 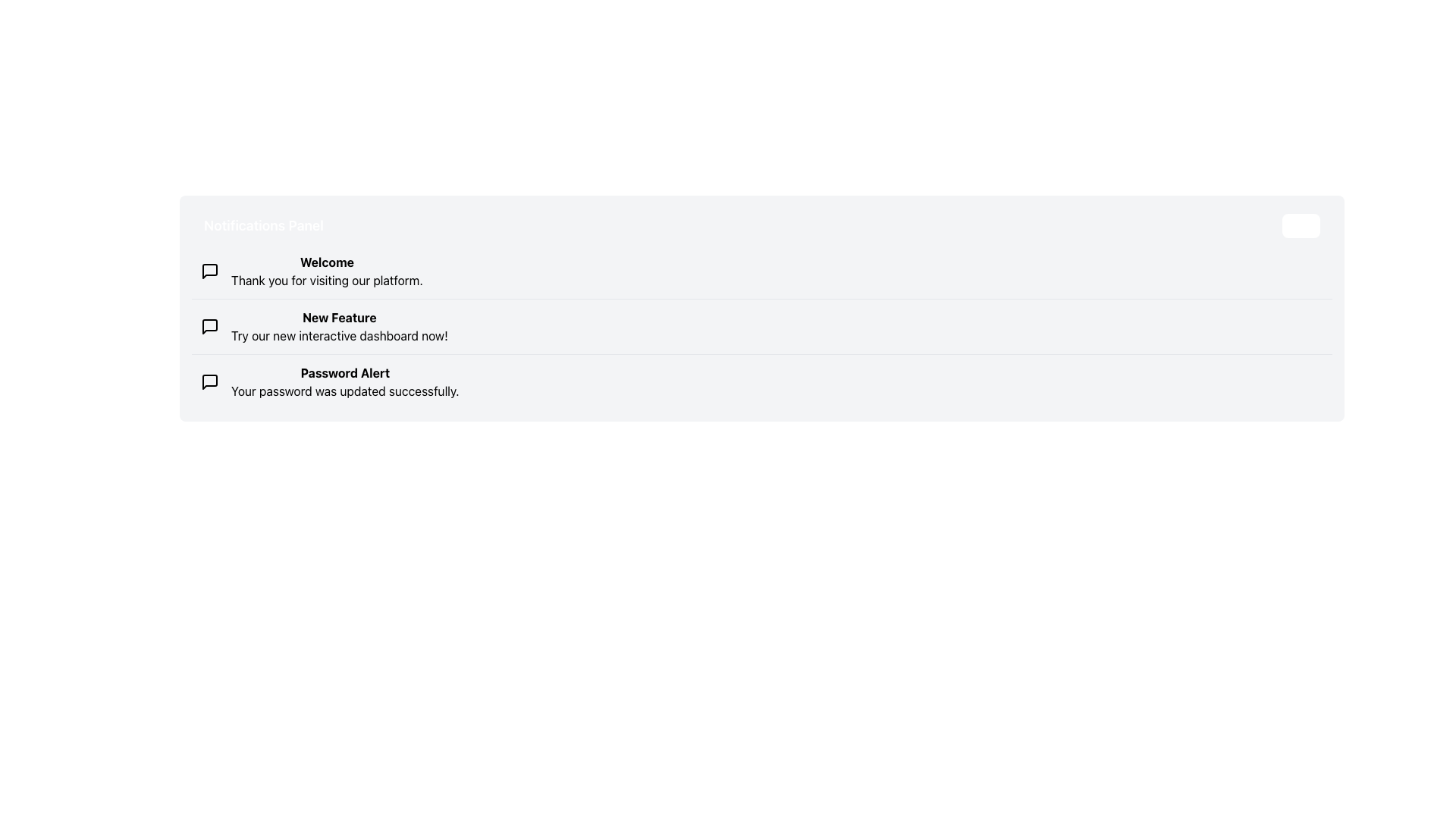 What do you see at coordinates (344, 381) in the screenshot?
I see `notification displayed in the Text Block that states 'Password Alert' and 'Your password was updated successfully.'` at bounding box center [344, 381].